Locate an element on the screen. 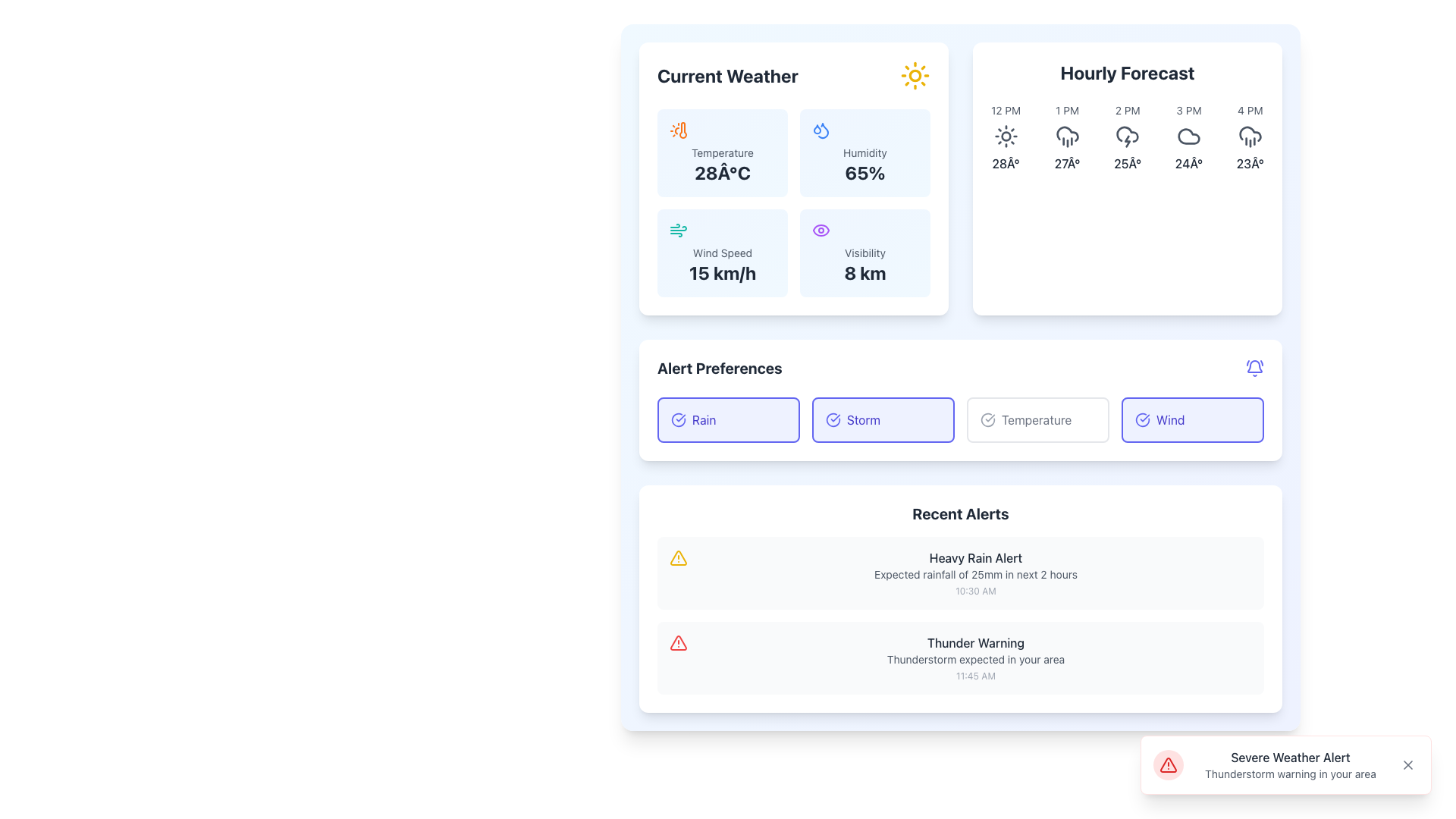 This screenshot has height=819, width=1456. the eye icon in the 'Visibility' section of the 'Current Weather' card, which is located in the top-left quadrant of the interface is located at coordinates (821, 231).